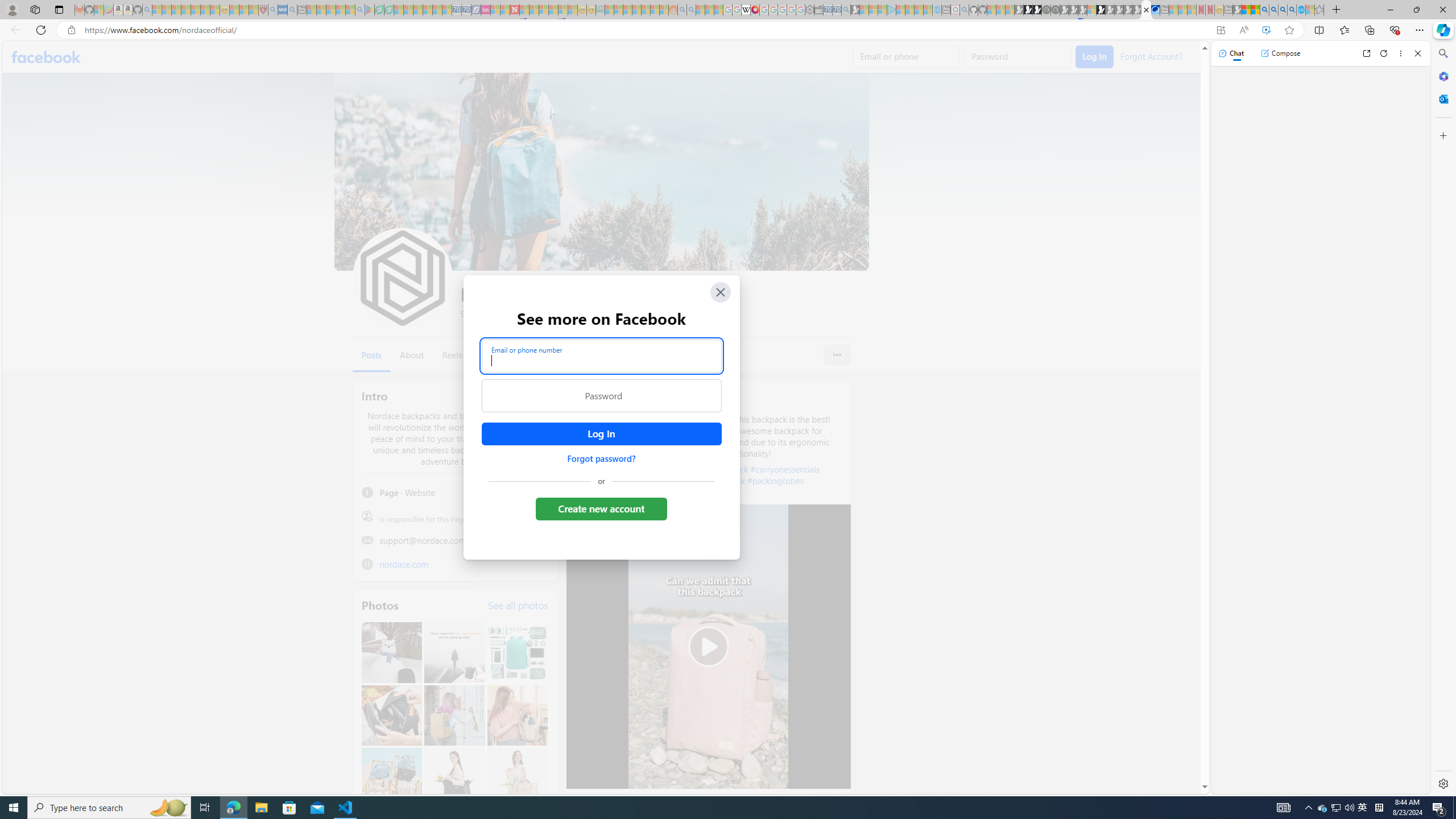 This screenshot has height=819, width=1456. I want to click on 'Accessible login button', so click(601, 433).